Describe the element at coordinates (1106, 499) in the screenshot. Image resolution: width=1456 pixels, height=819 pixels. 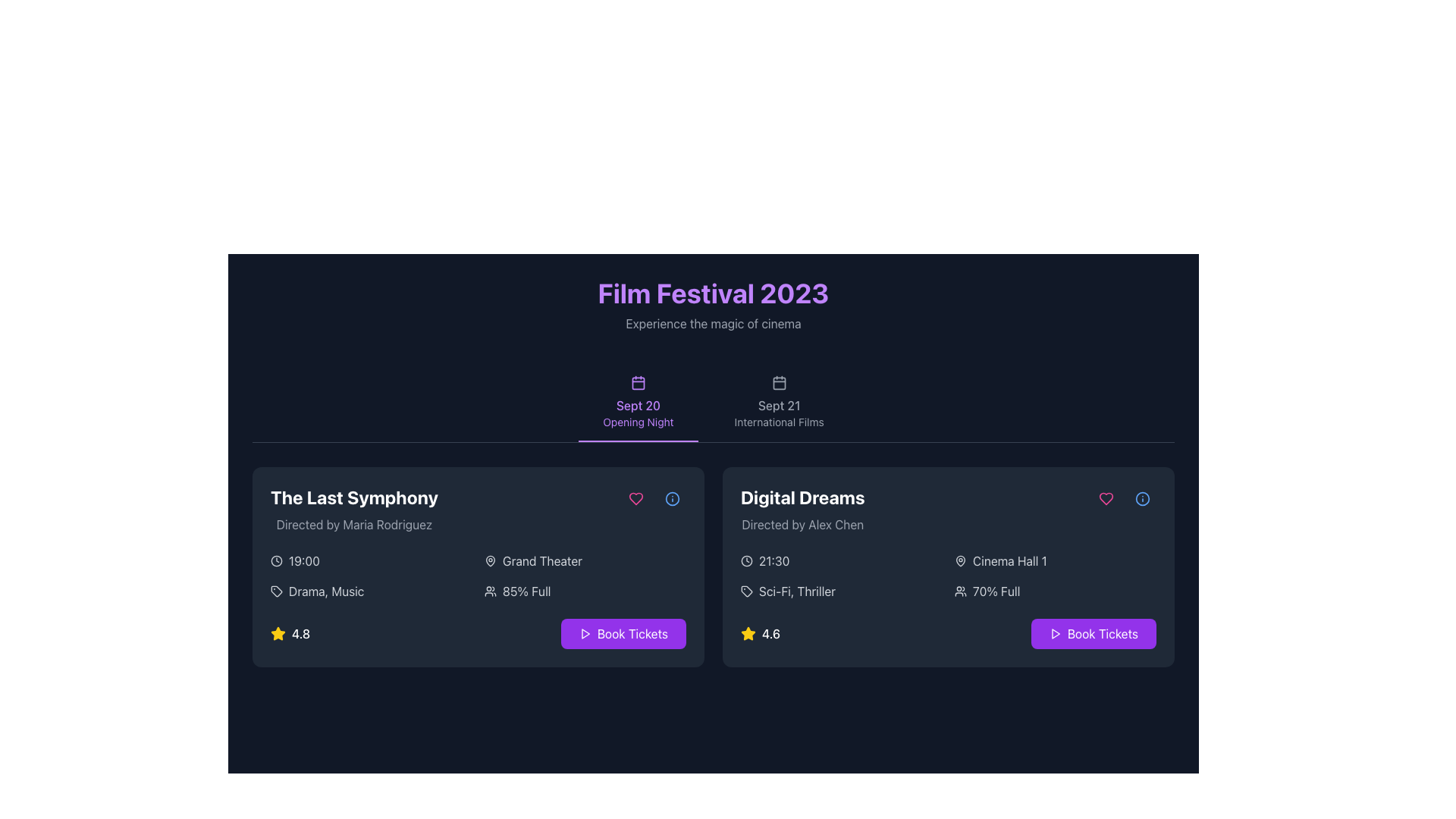
I see `the outlined pink heart icon located in the upper-right corner of the 'Digital Dreams' movie card` at that location.